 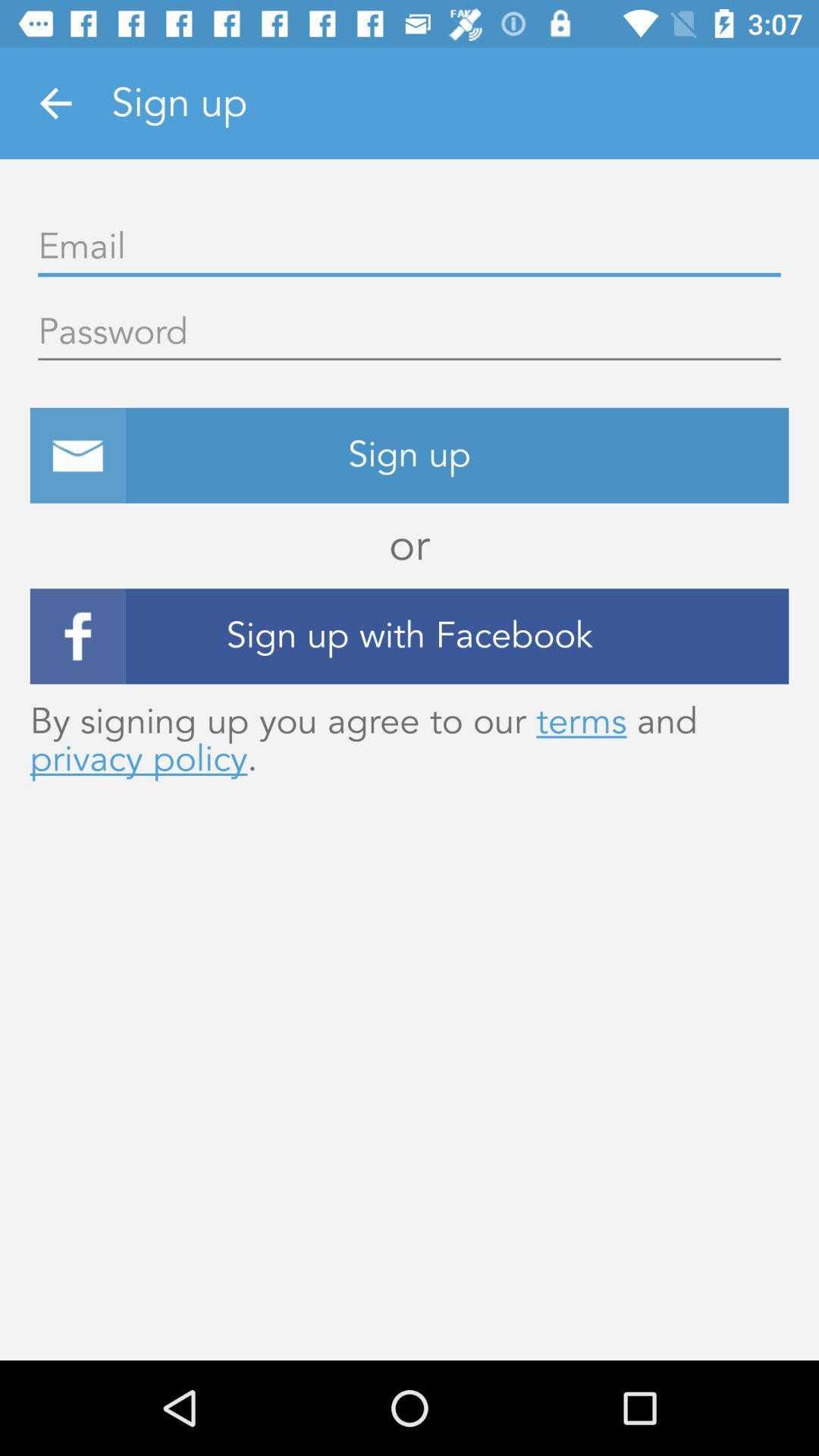 I want to click on by signing up item, so click(x=409, y=740).